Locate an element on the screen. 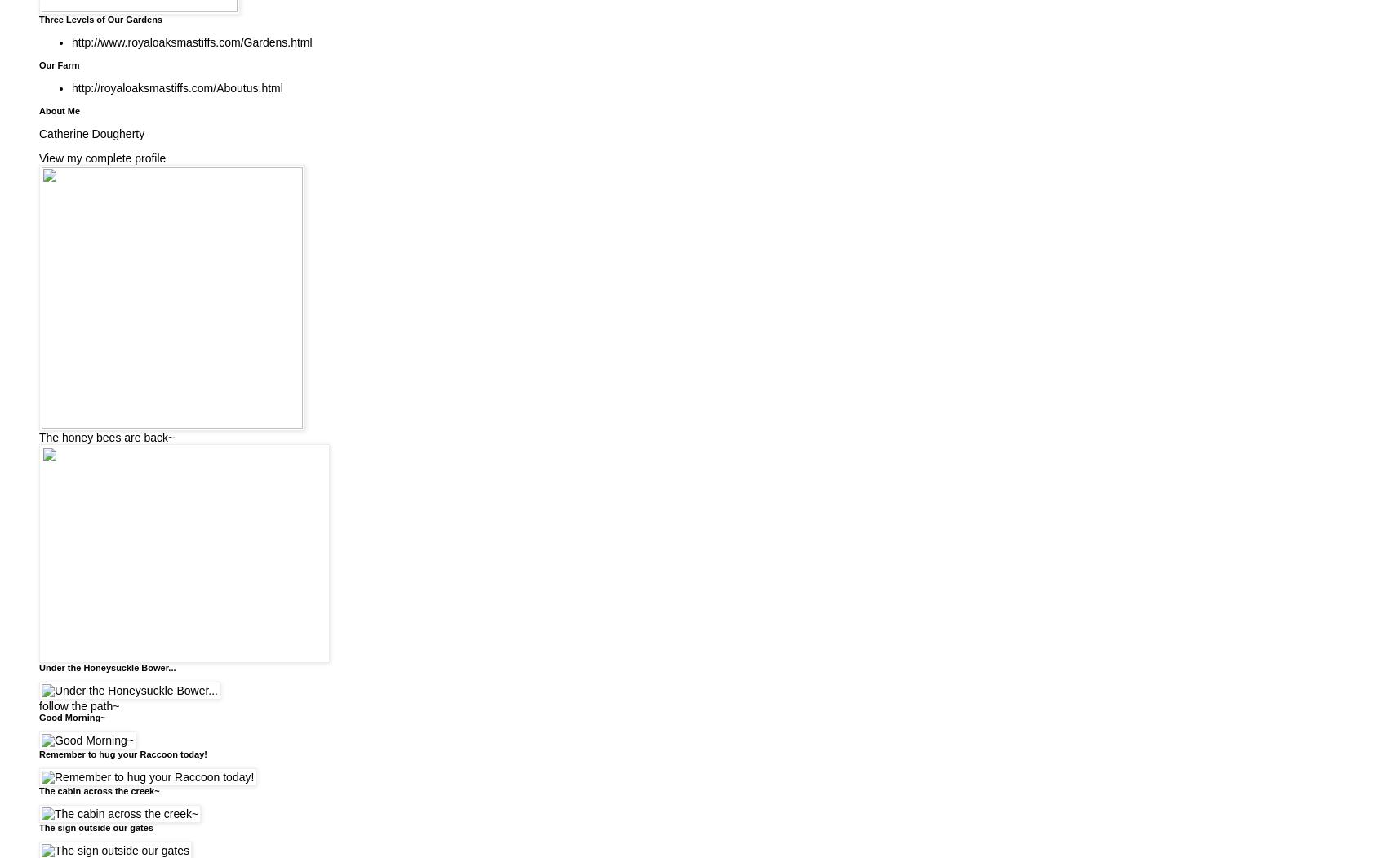 This screenshot has width=1400, height=858. 'Good Morning~' is located at coordinates (71, 716).